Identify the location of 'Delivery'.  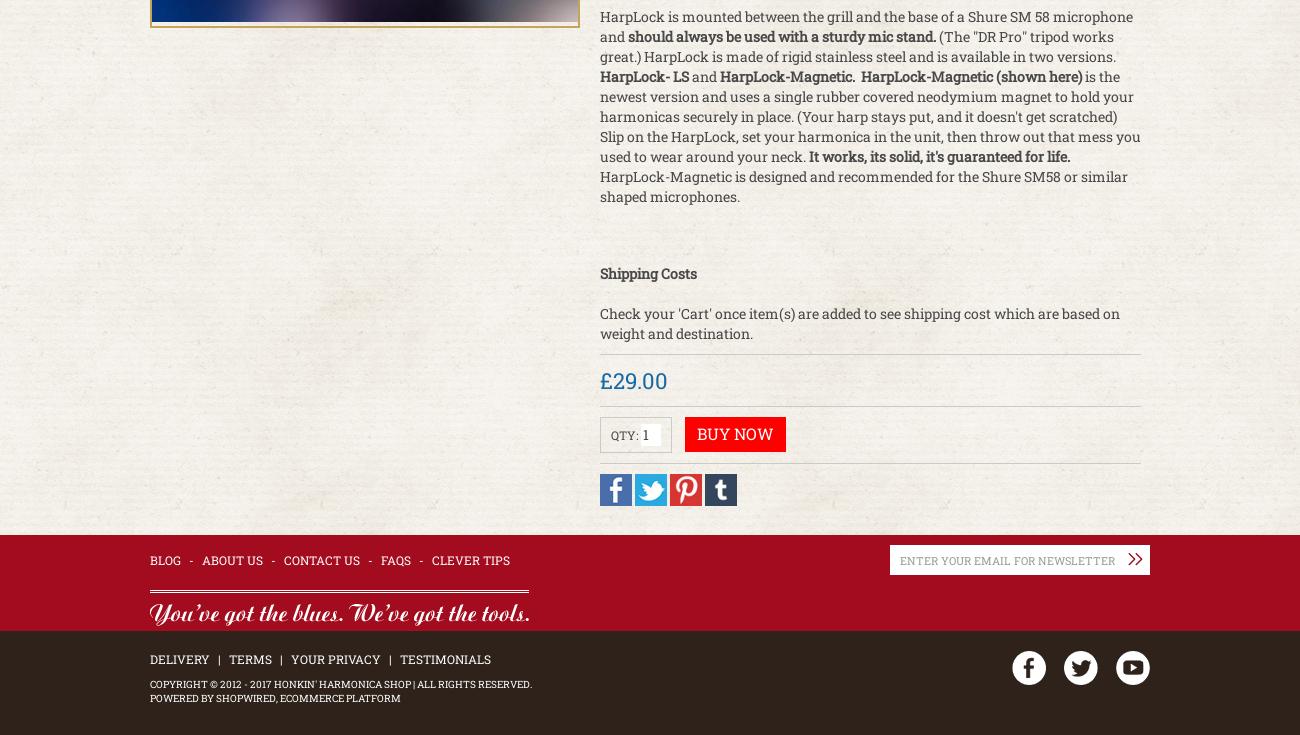
(180, 656).